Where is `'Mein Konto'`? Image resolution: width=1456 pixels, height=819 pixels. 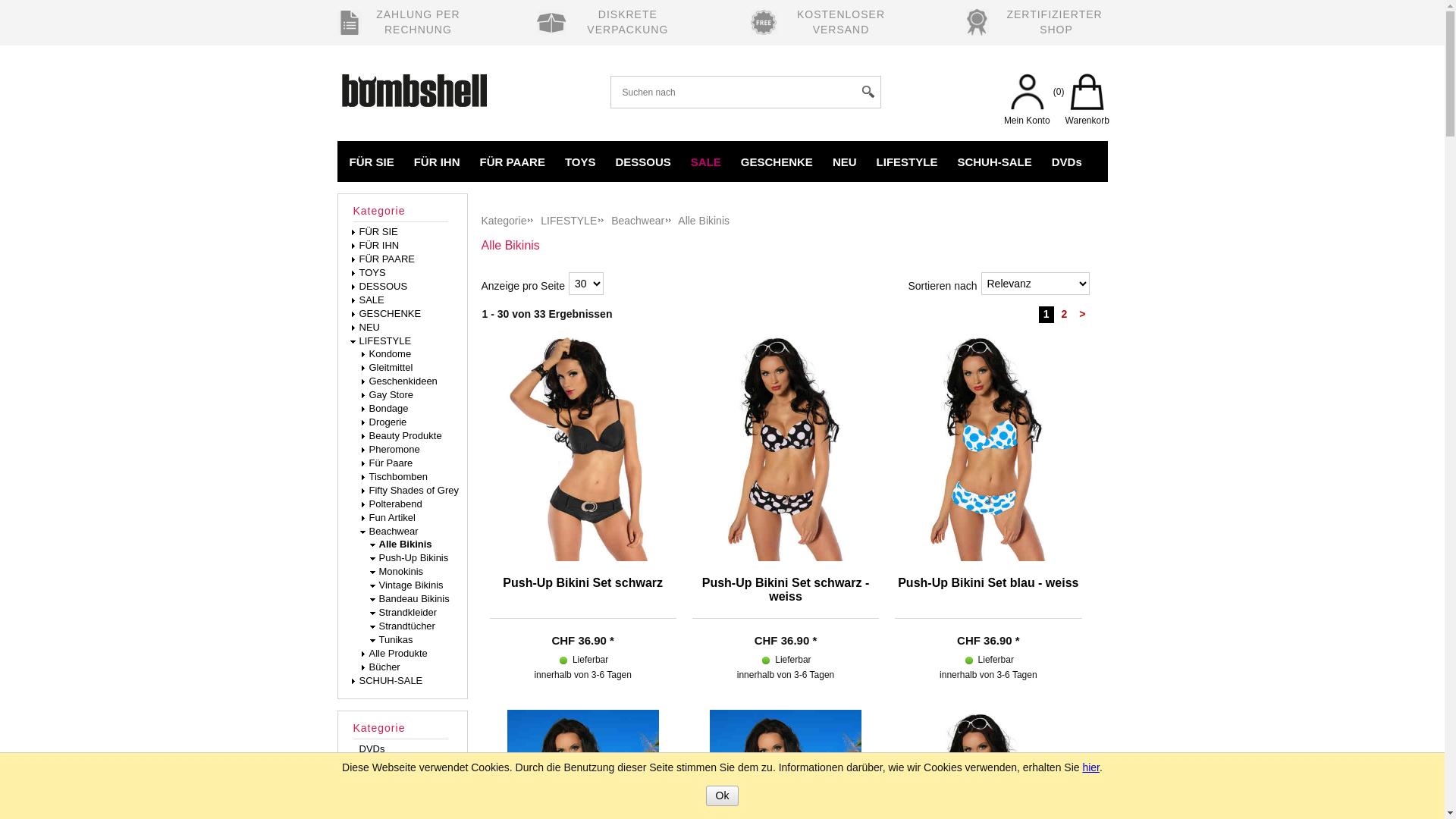 'Mein Konto' is located at coordinates (1004, 106).